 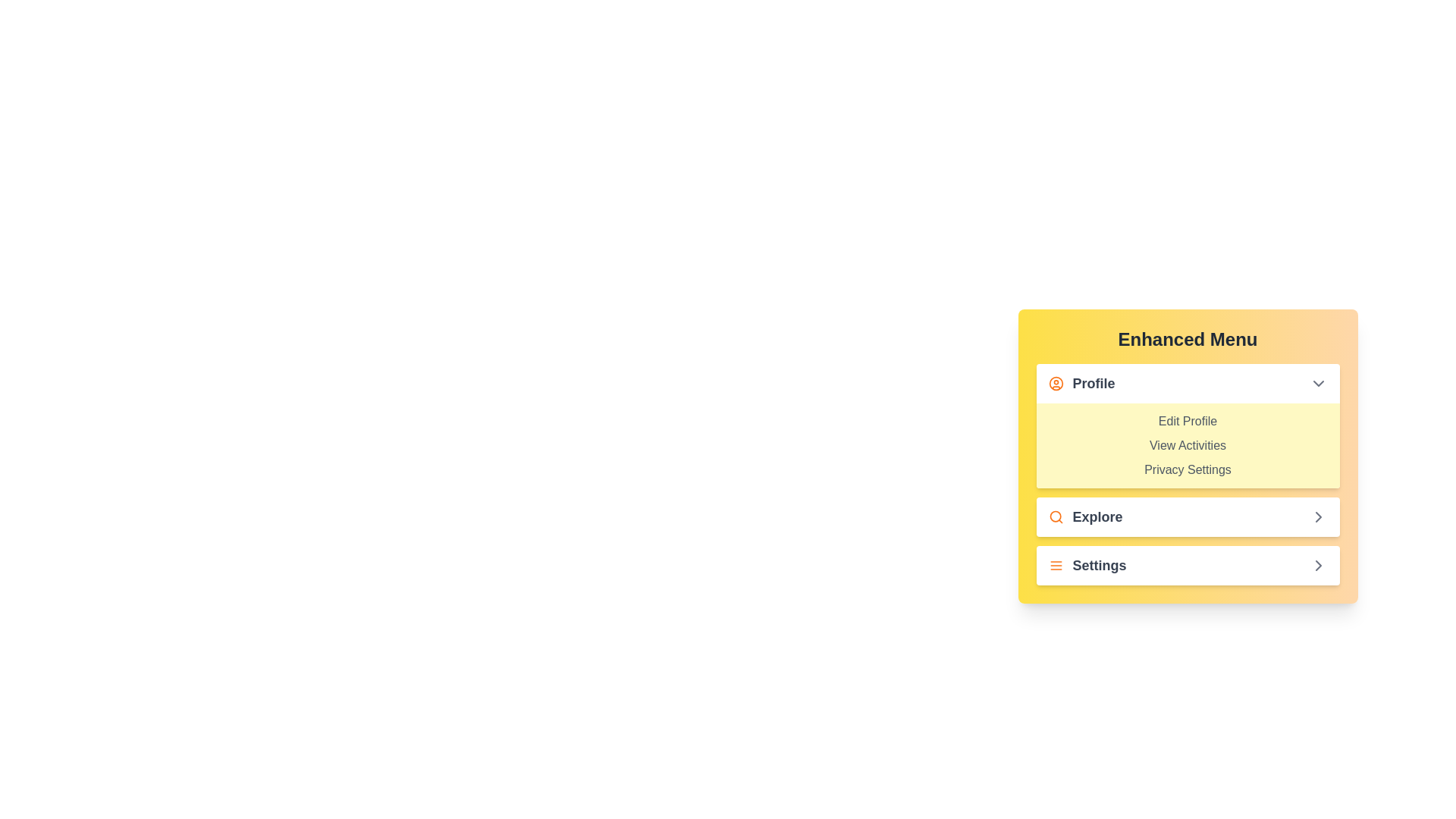 I want to click on the 'Privacy Settings' text link, so click(x=1187, y=473).